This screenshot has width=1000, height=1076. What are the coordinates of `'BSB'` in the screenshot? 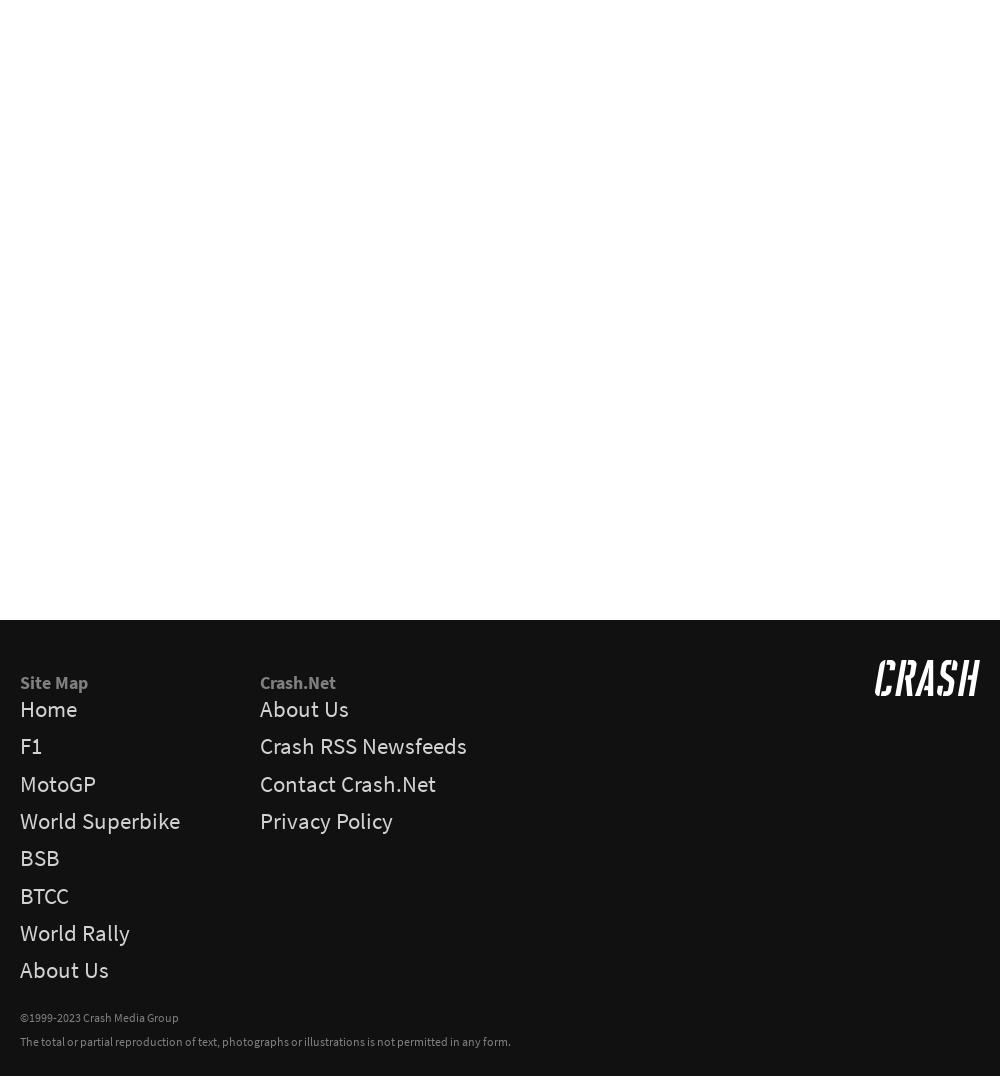 It's located at (40, 858).